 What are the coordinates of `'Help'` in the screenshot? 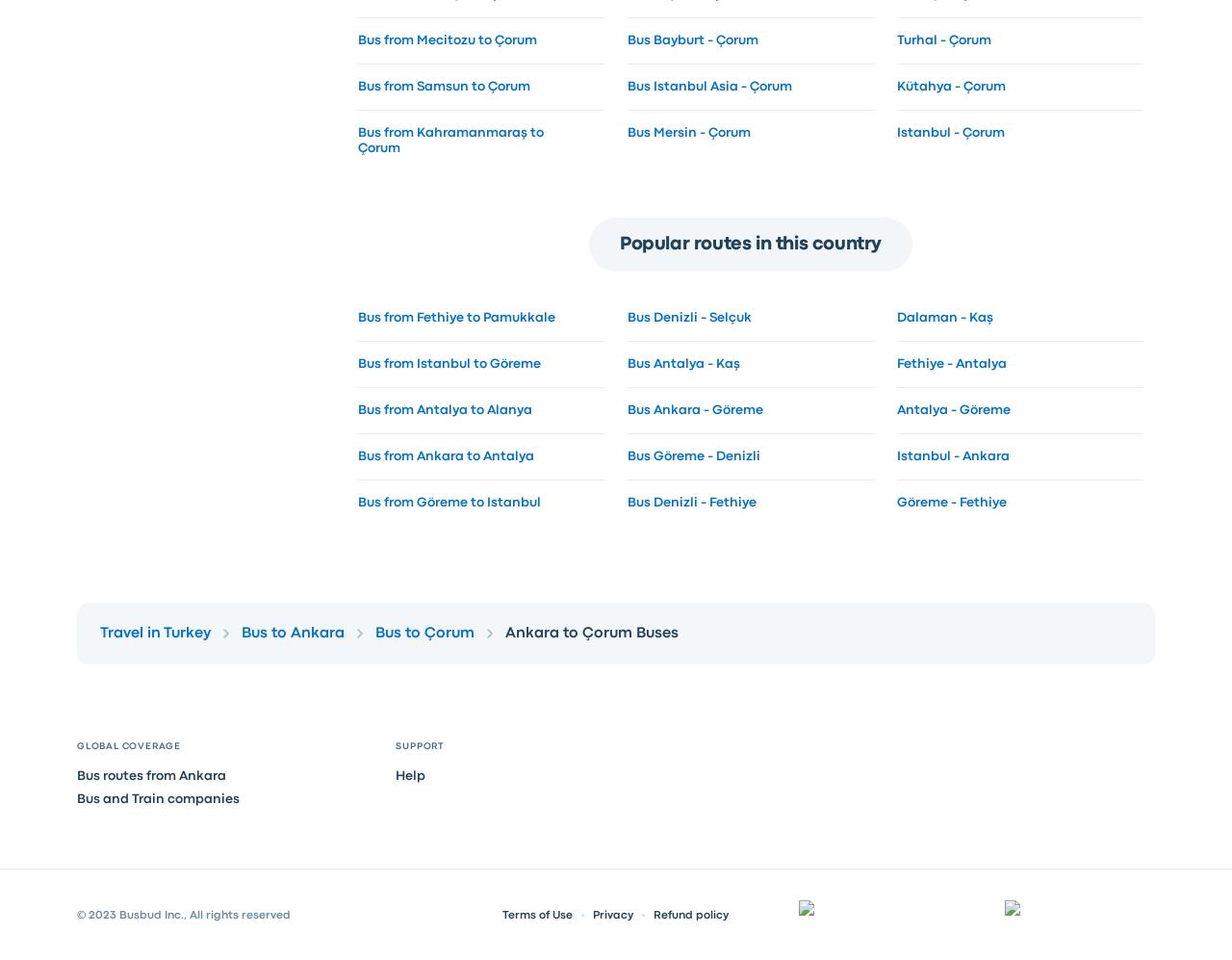 It's located at (409, 773).